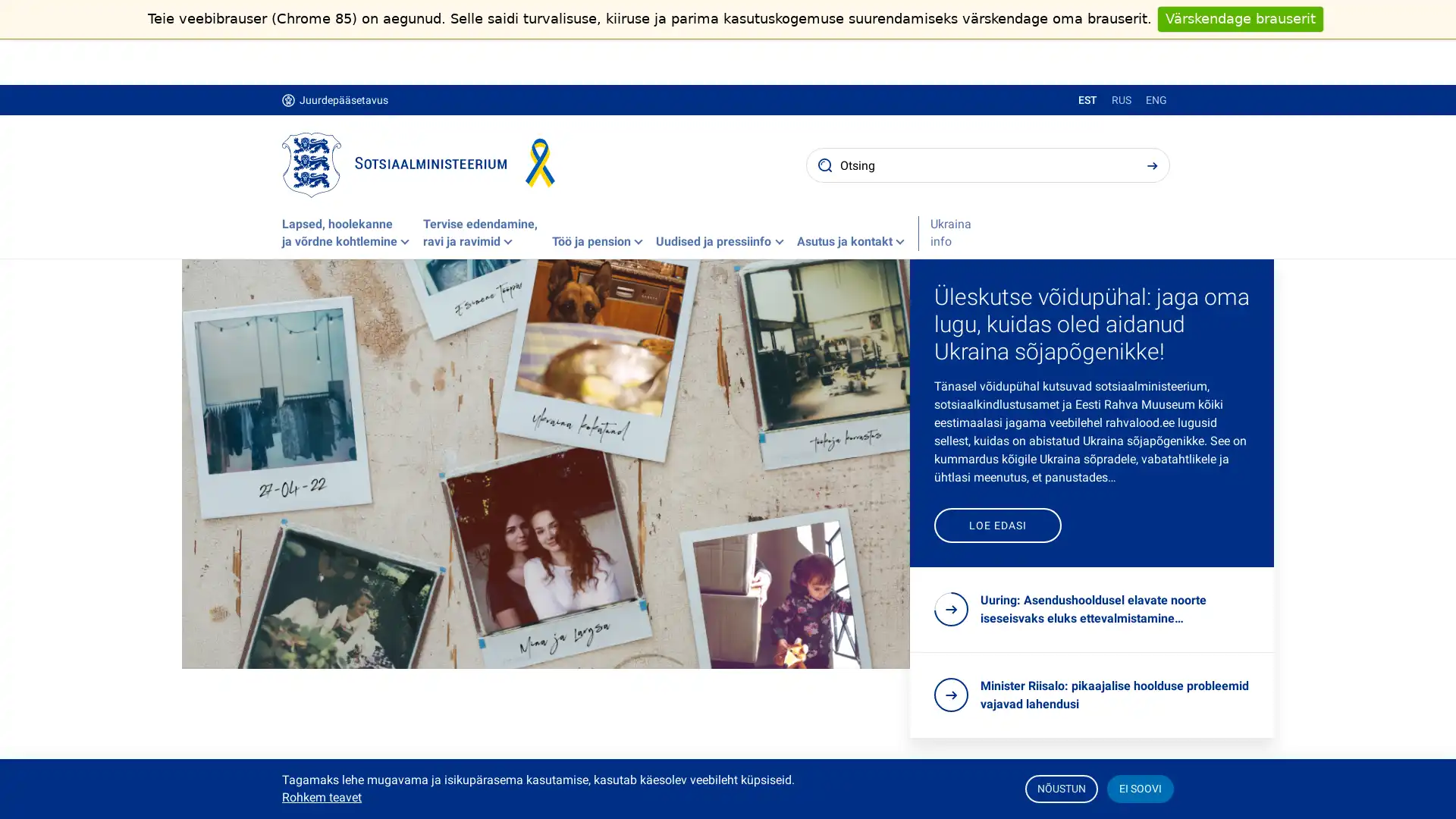  I want to click on NOUSTUN, so click(1059, 788).